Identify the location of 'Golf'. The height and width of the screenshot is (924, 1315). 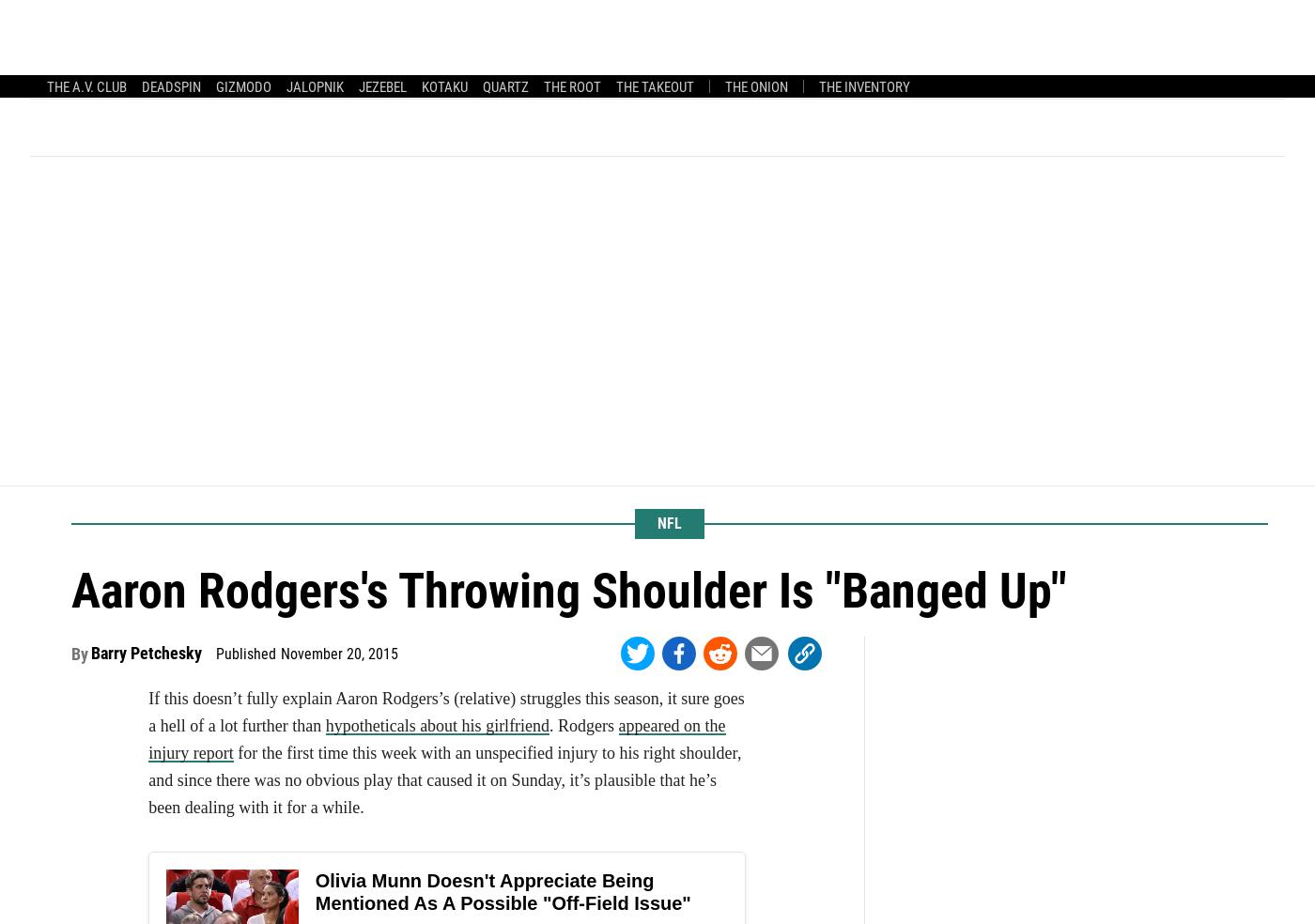
(853, 31).